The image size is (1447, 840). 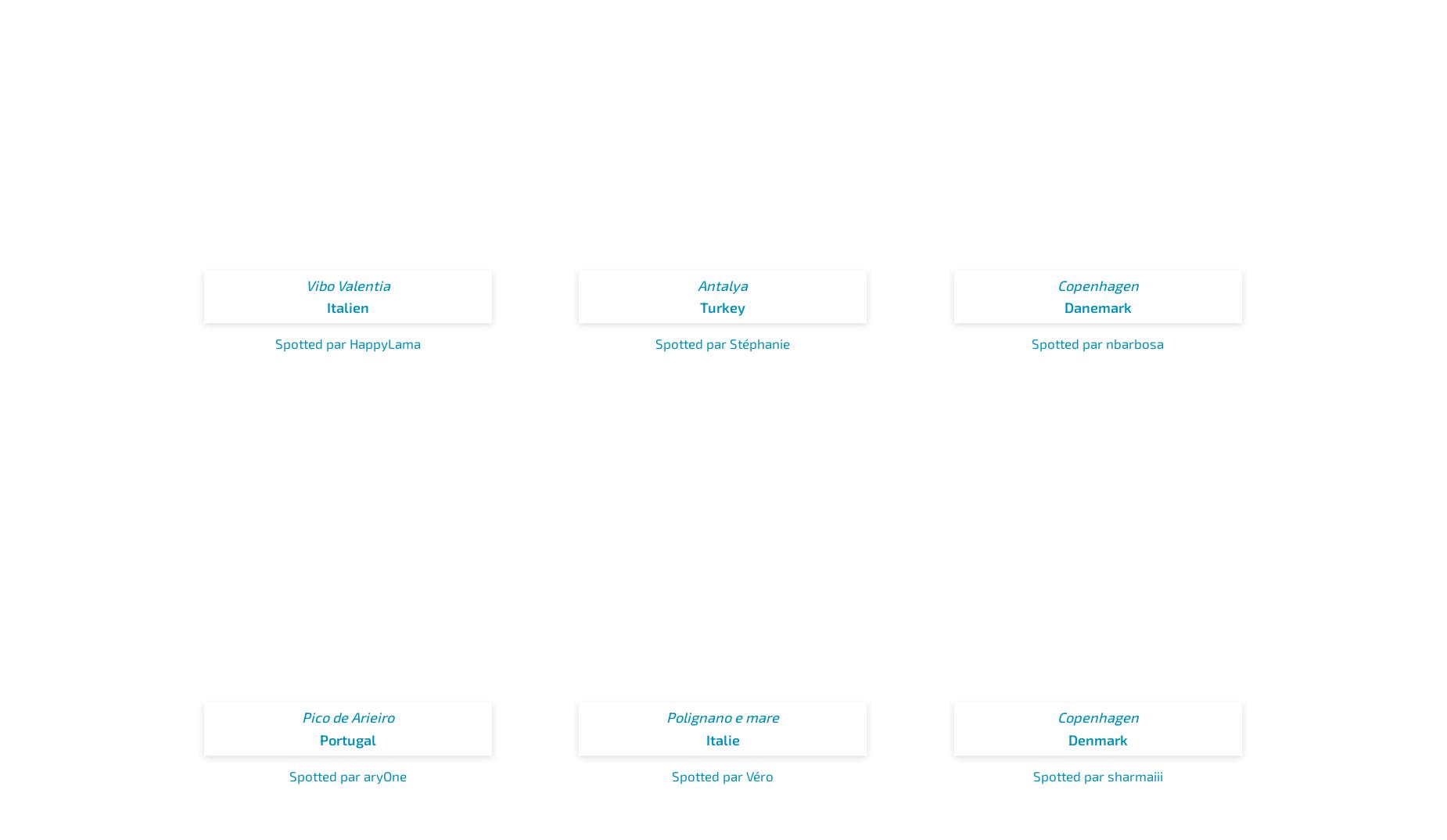 What do you see at coordinates (723, 307) in the screenshot?
I see `'Turkey'` at bounding box center [723, 307].